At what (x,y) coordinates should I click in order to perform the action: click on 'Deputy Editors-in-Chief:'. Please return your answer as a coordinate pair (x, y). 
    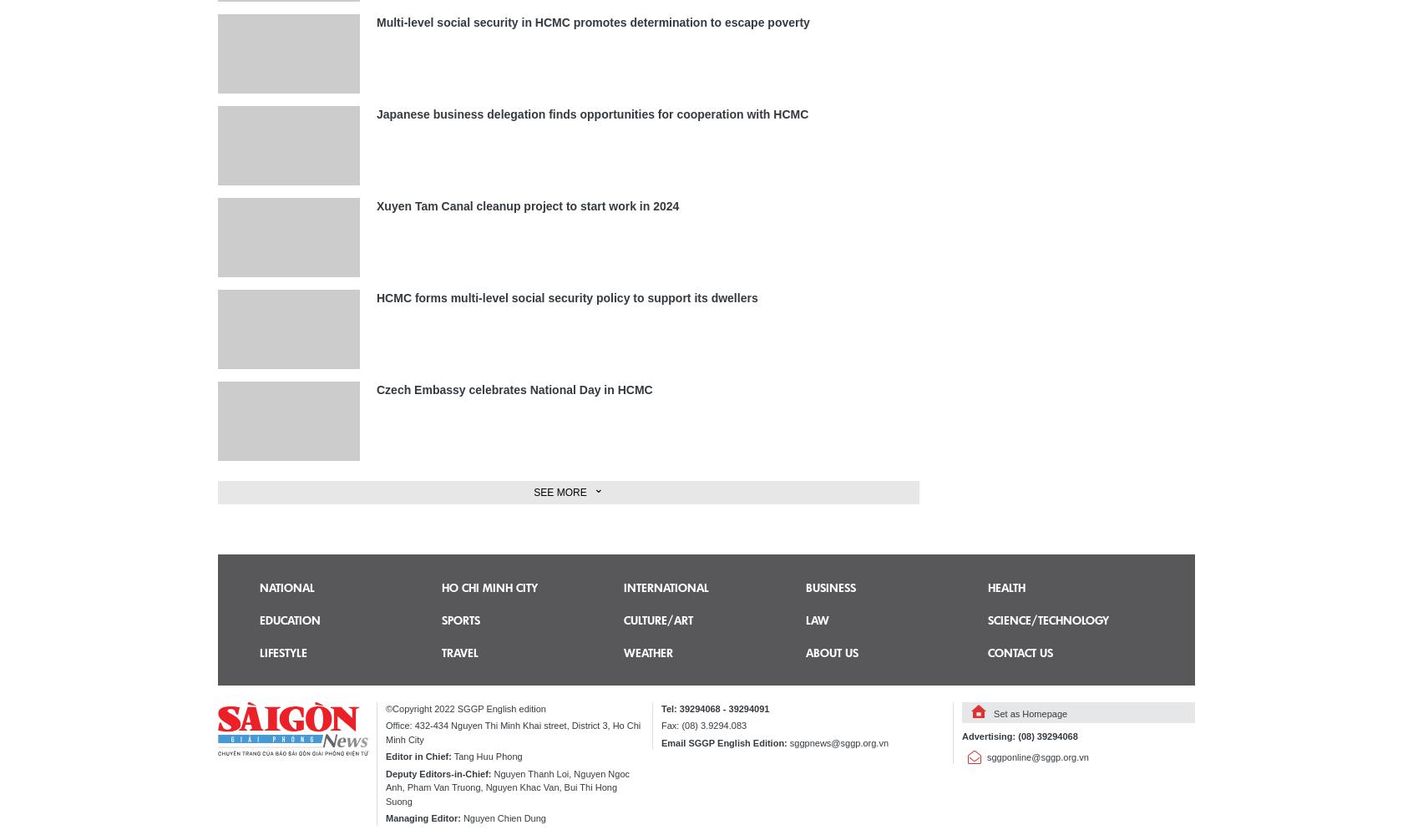
    Looking at the image, I should click on (438, 772).